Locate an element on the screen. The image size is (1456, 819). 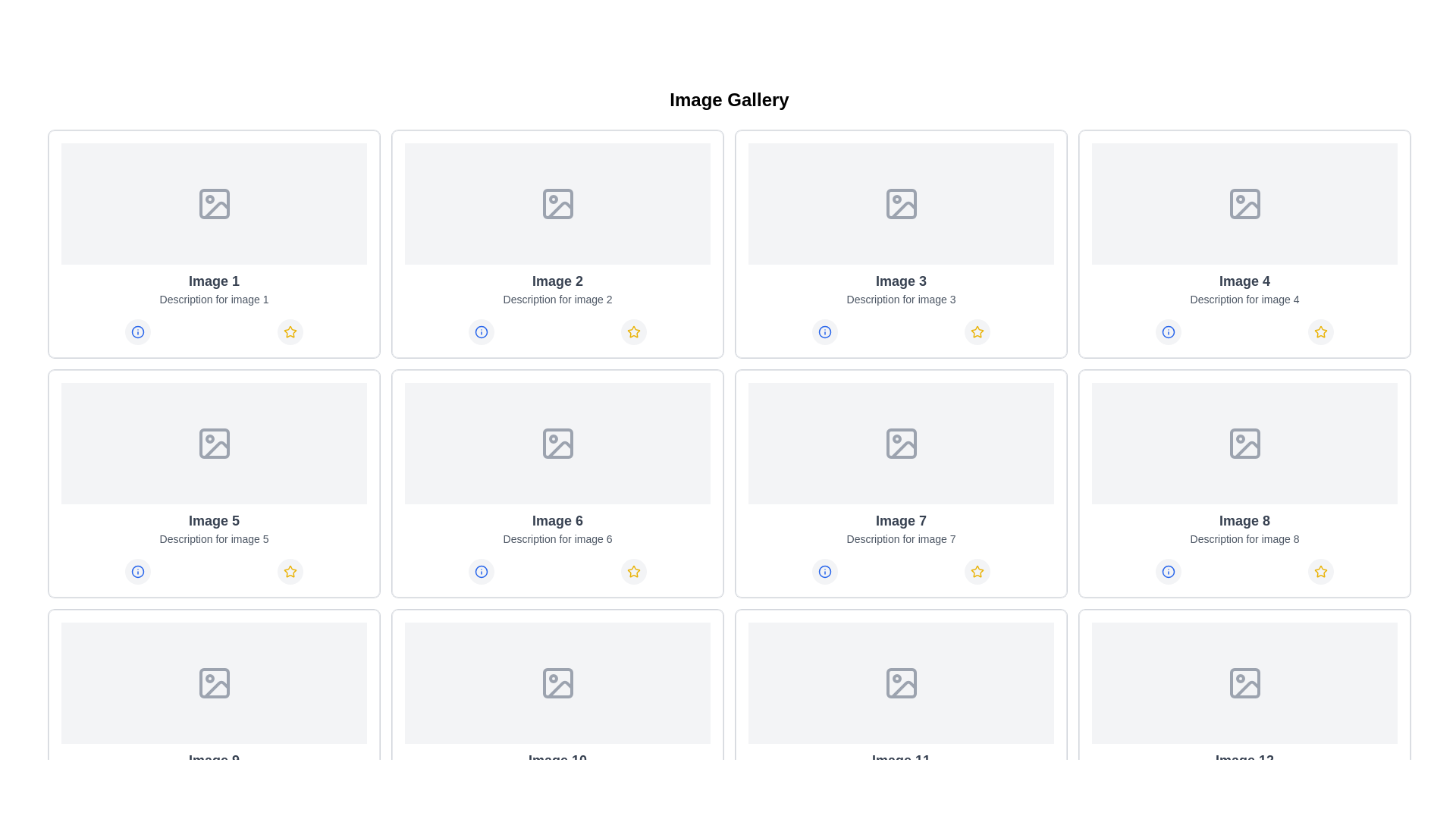
the text label located in the middle row, fourth column of the grid layout, which serves as the title for the corresponding image block is located at coordinates (901, 519).